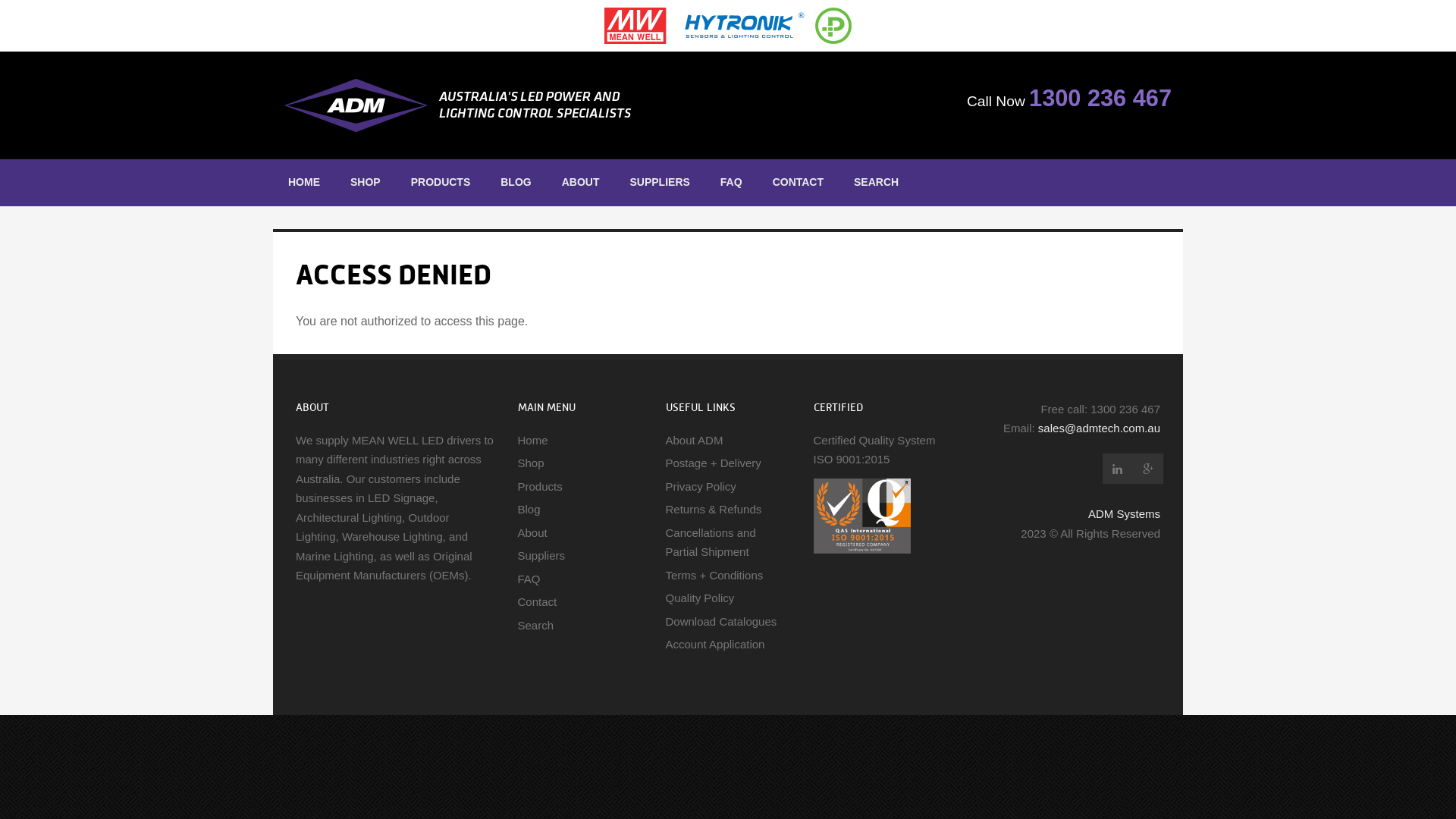 Image resolution: width=1456 pixels, height=819 pixels. What do you see at coordinates (731, 181) in the screenshot?
I see `'FAQ'` at bounding box center [731, 181].